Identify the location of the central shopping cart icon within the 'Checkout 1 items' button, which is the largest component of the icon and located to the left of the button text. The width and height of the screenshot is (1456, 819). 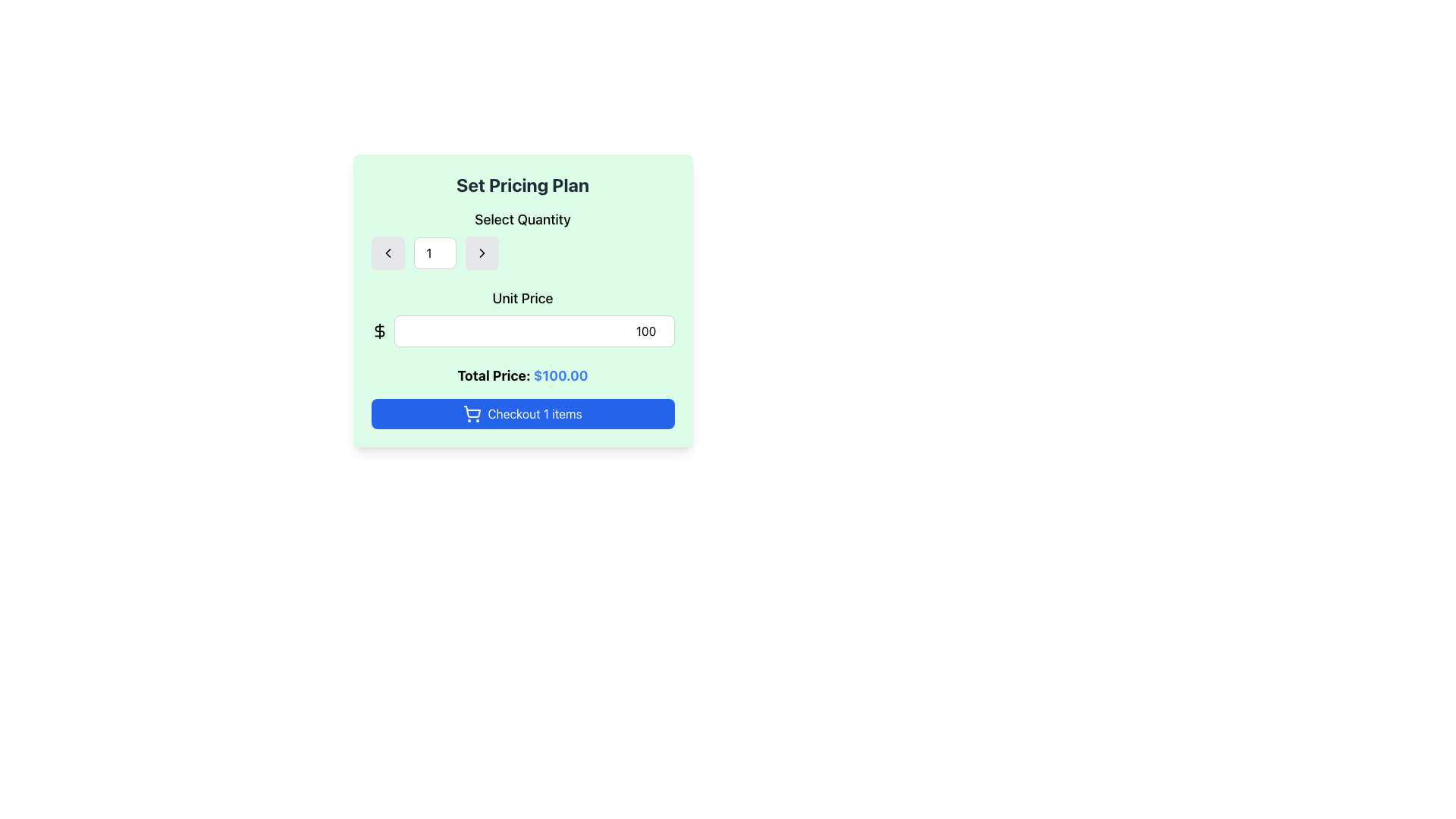
(472, 412).